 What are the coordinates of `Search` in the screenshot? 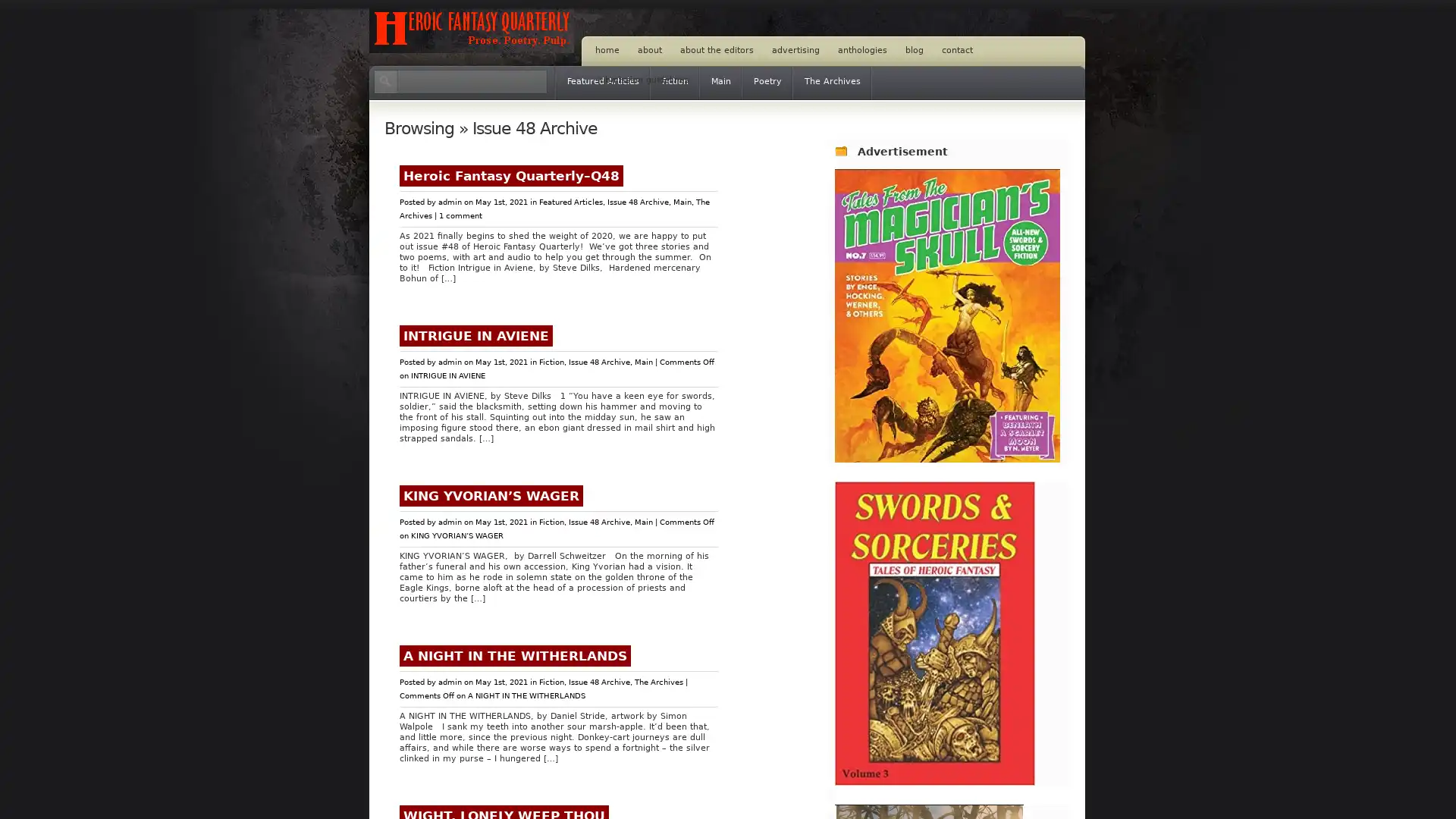 It's located at (385, 82).